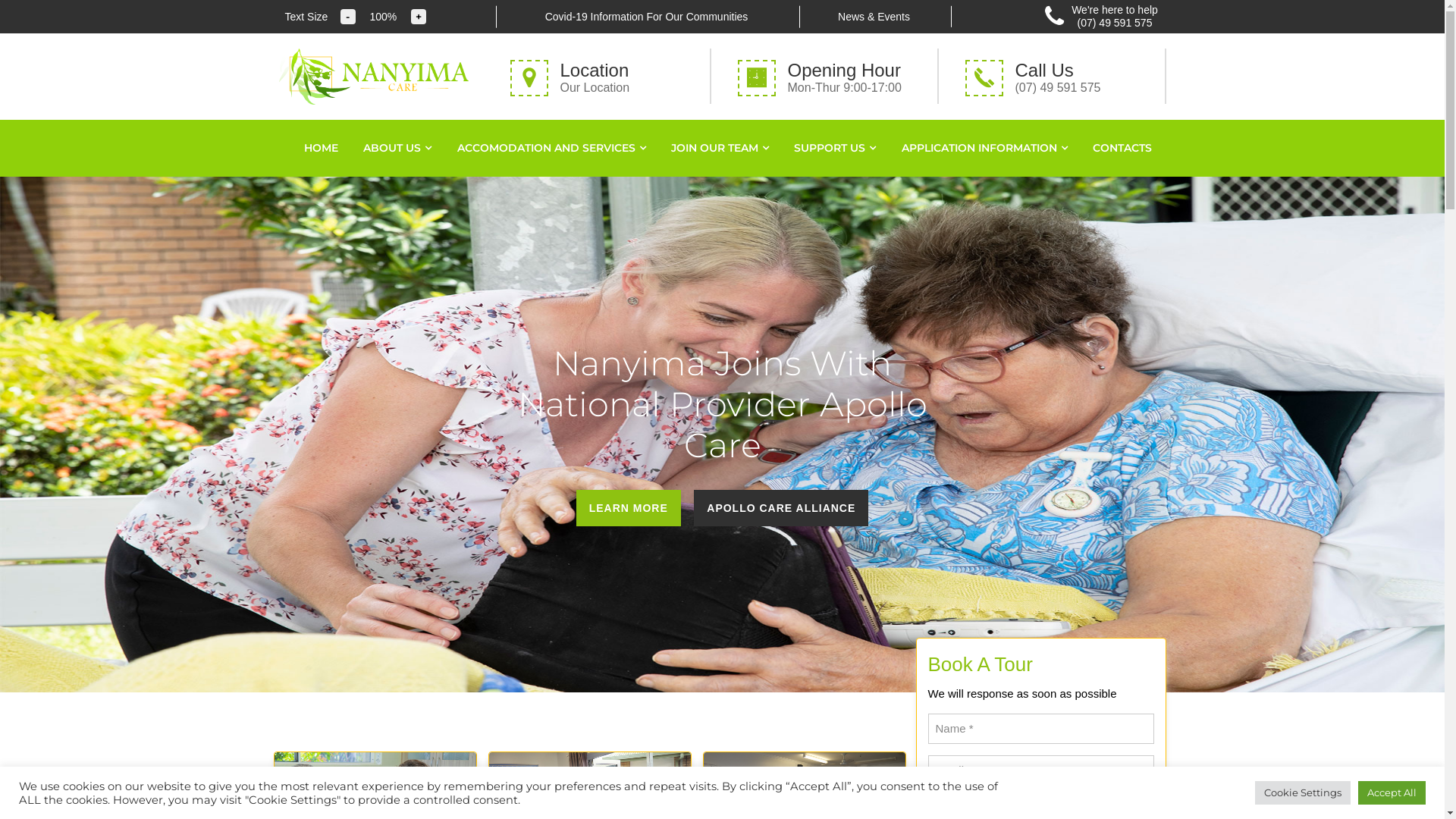 The height and width of the screenshot is (819, 1456). Describe the element at coordinates (1062, 76) in the screenshot. I see `'Call Us` at that location.